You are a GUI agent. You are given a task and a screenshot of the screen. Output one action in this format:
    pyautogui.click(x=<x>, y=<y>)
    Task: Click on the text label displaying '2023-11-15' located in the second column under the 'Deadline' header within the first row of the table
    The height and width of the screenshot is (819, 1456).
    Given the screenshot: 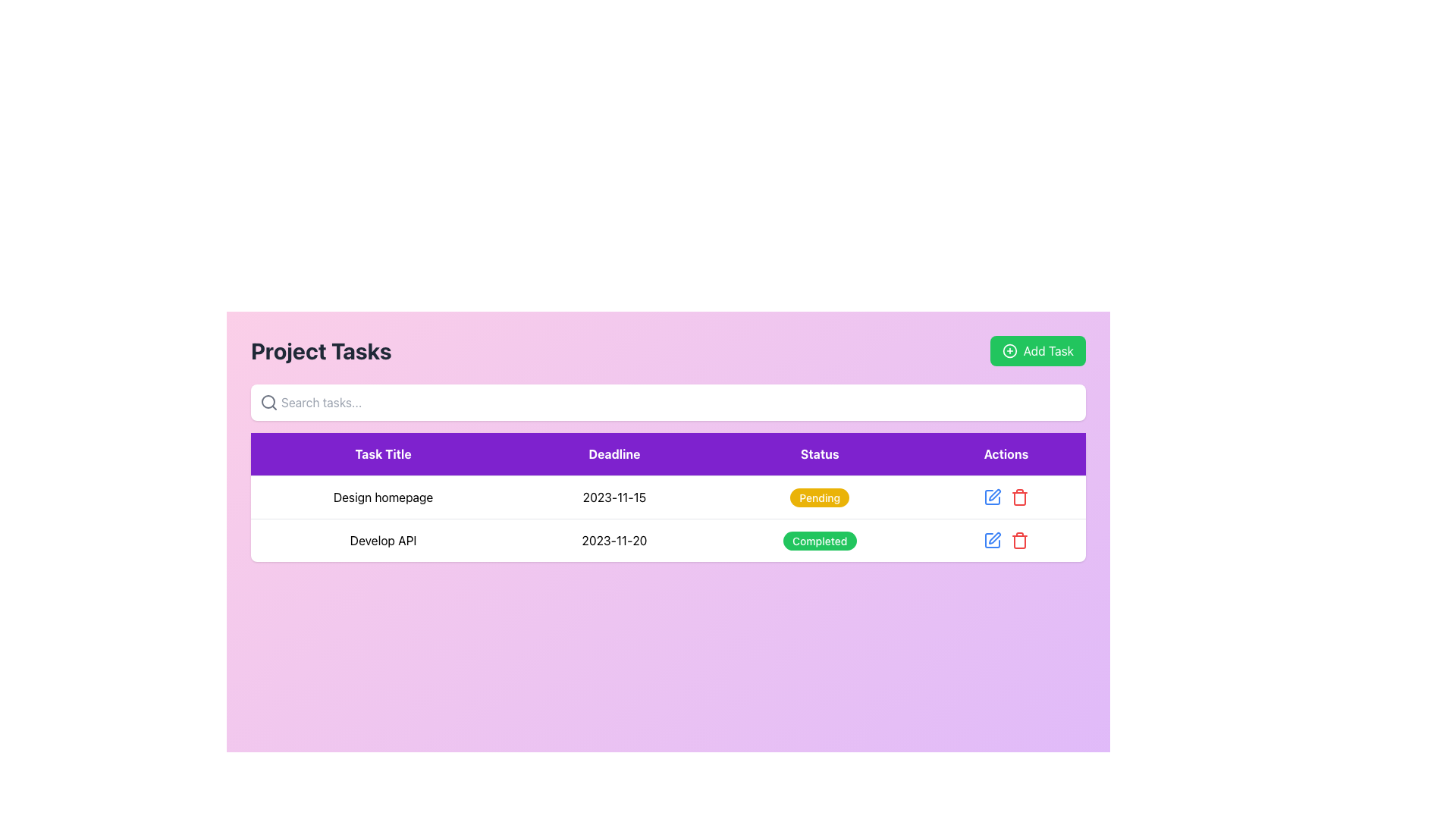 What is the action you would take?
    pyautogui.click(x=614, y=497)
    